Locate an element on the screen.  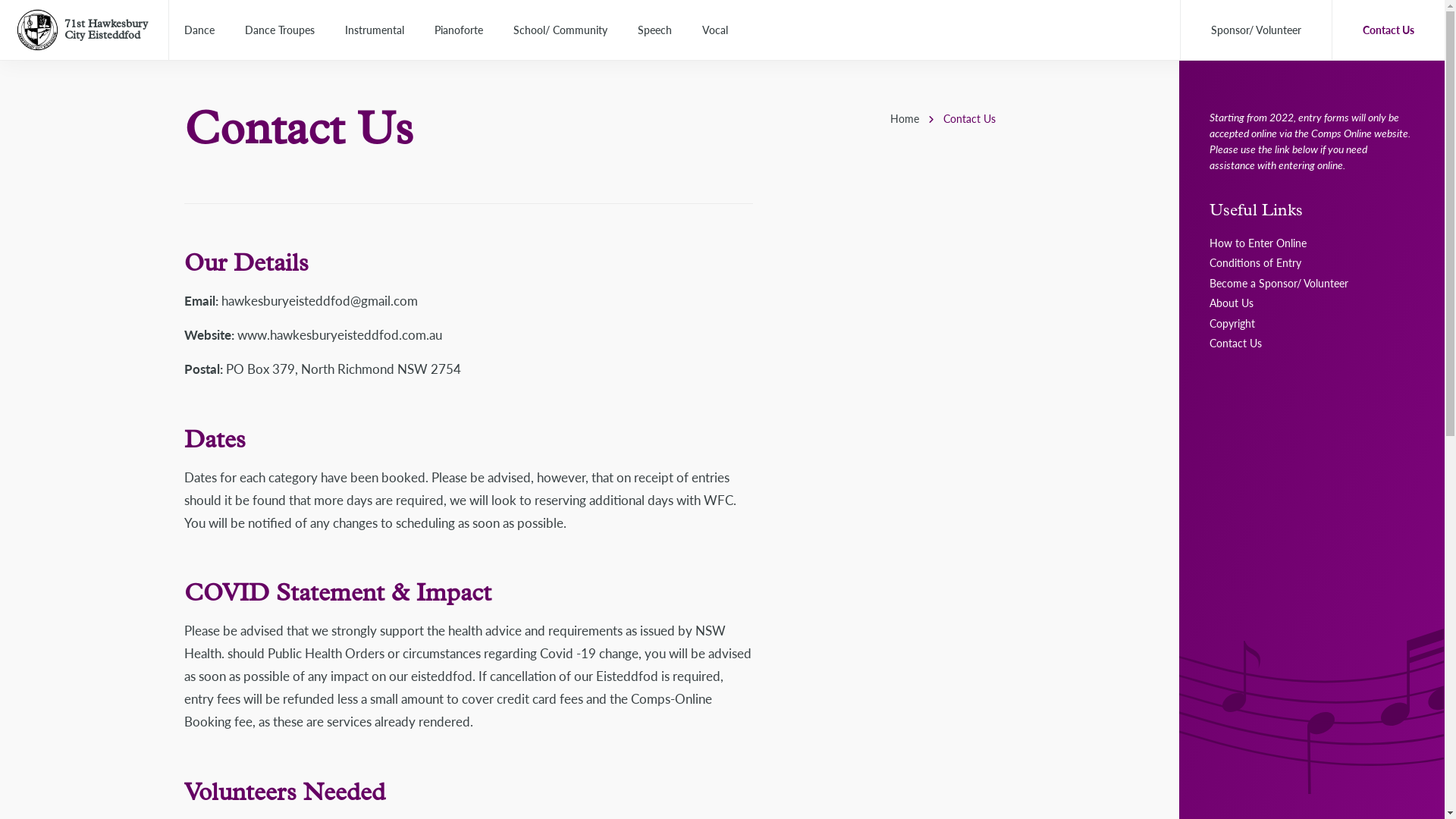
'School/ Community' is located at coordinates (560, 30).